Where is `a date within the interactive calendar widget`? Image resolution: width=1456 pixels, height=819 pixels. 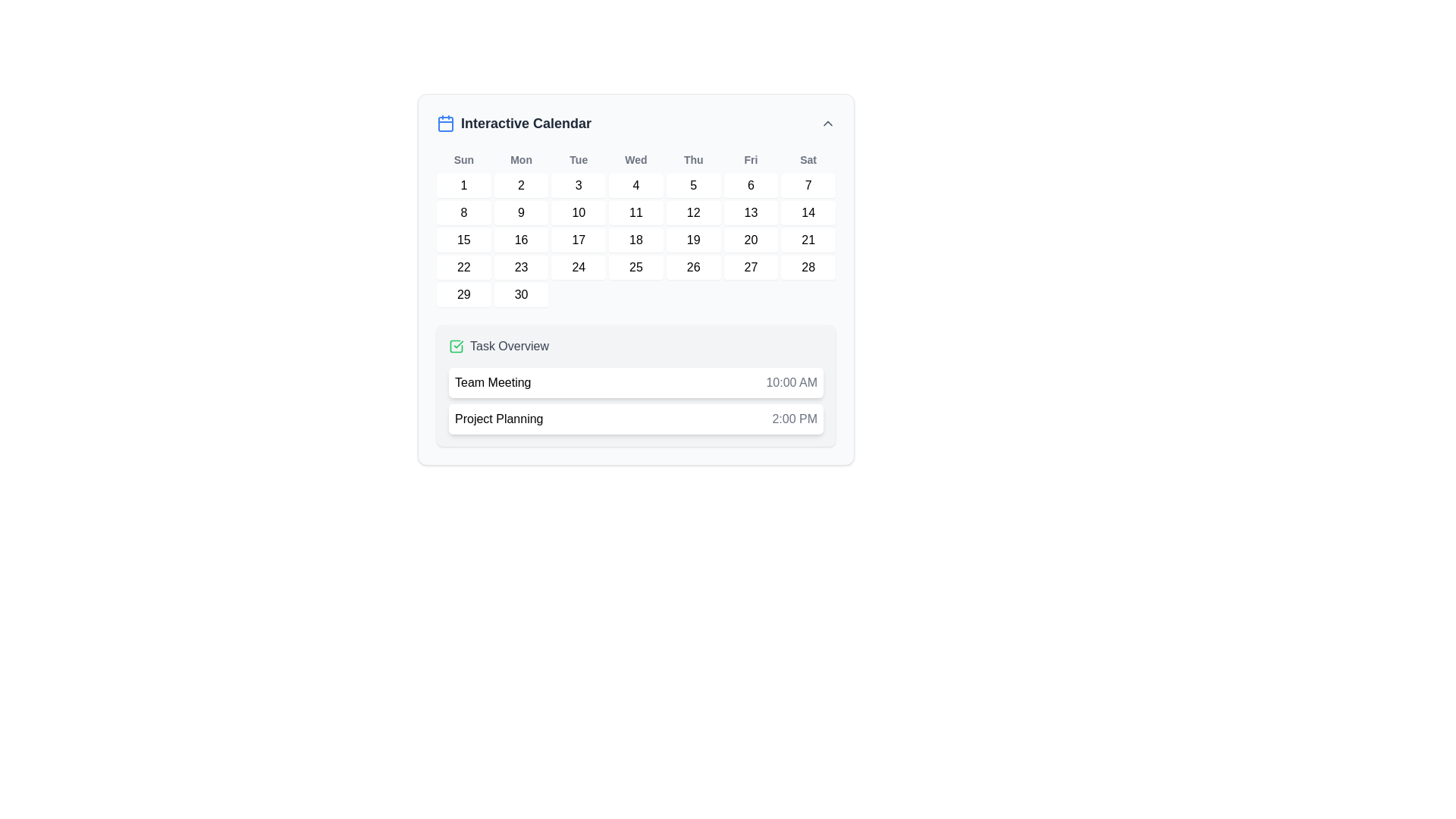 a date within the interactive calendar widget is located at coordinates (636, 280).